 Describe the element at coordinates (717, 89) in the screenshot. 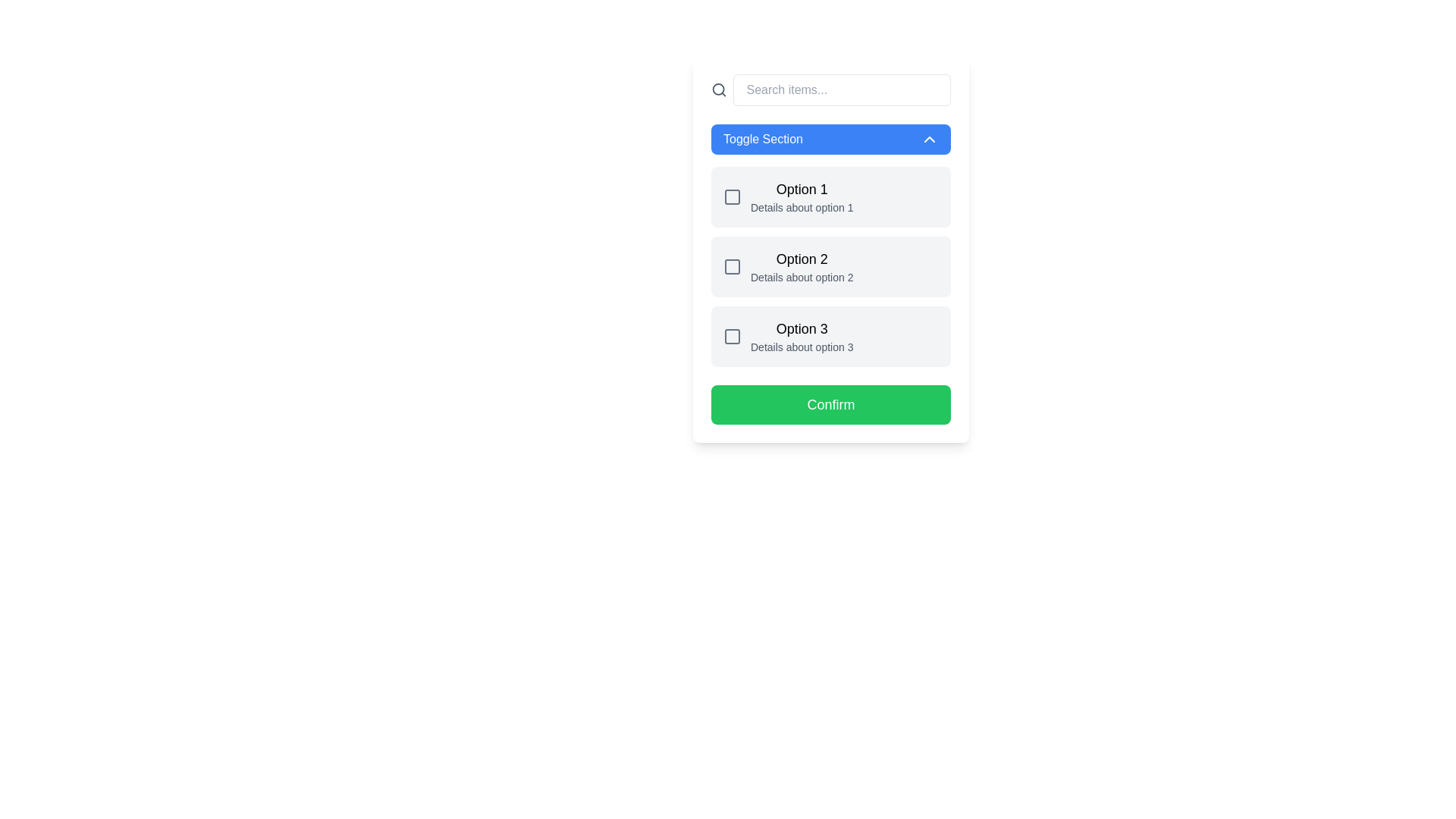

I see `the circular shape within the search icon located at the top left of the interface, which signifies the search functionality of the adjacent input field` at that location.